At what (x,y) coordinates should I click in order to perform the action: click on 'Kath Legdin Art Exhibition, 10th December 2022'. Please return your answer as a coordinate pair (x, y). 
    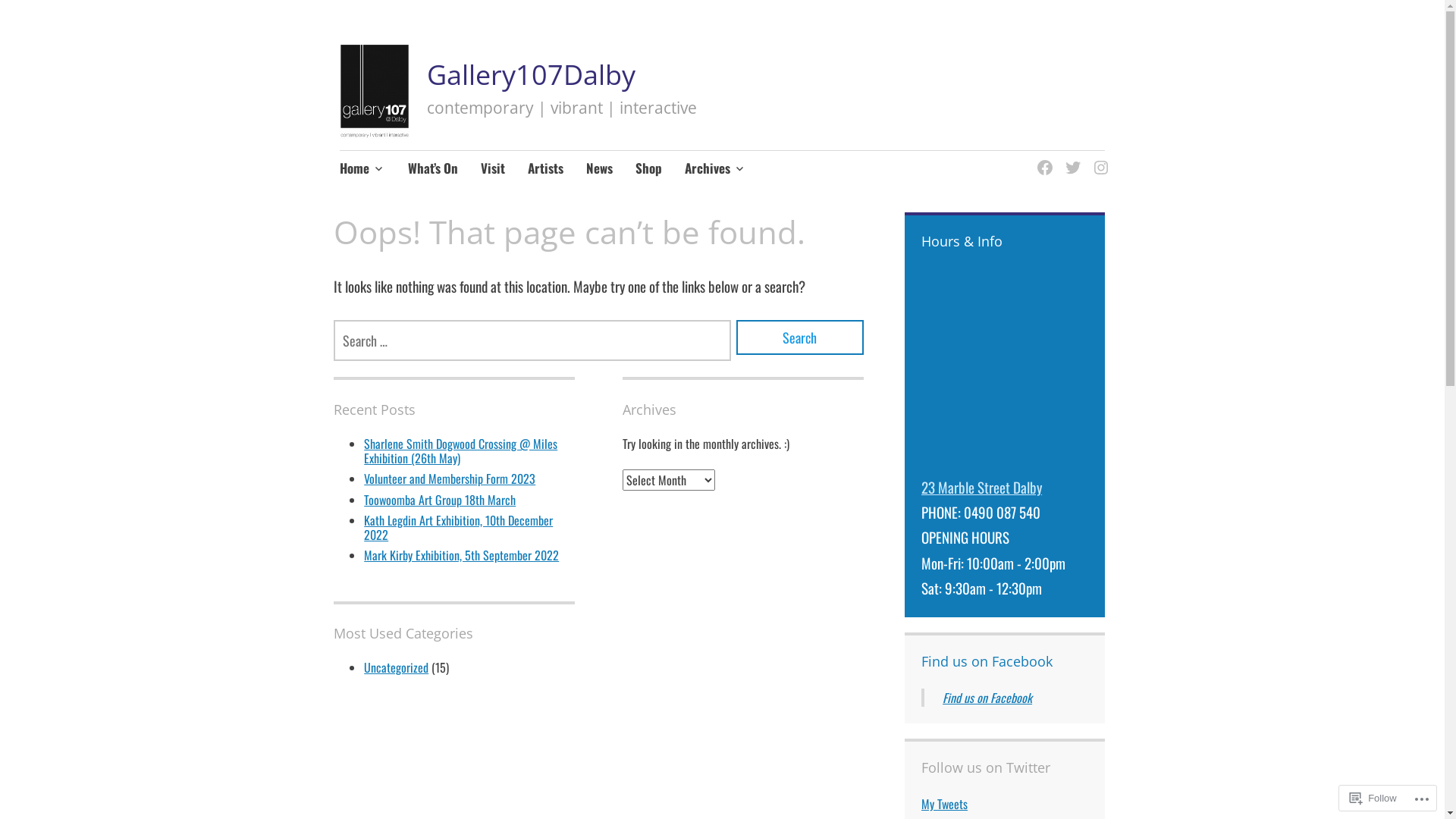
    Looking at the image, I should click on (457, 526).